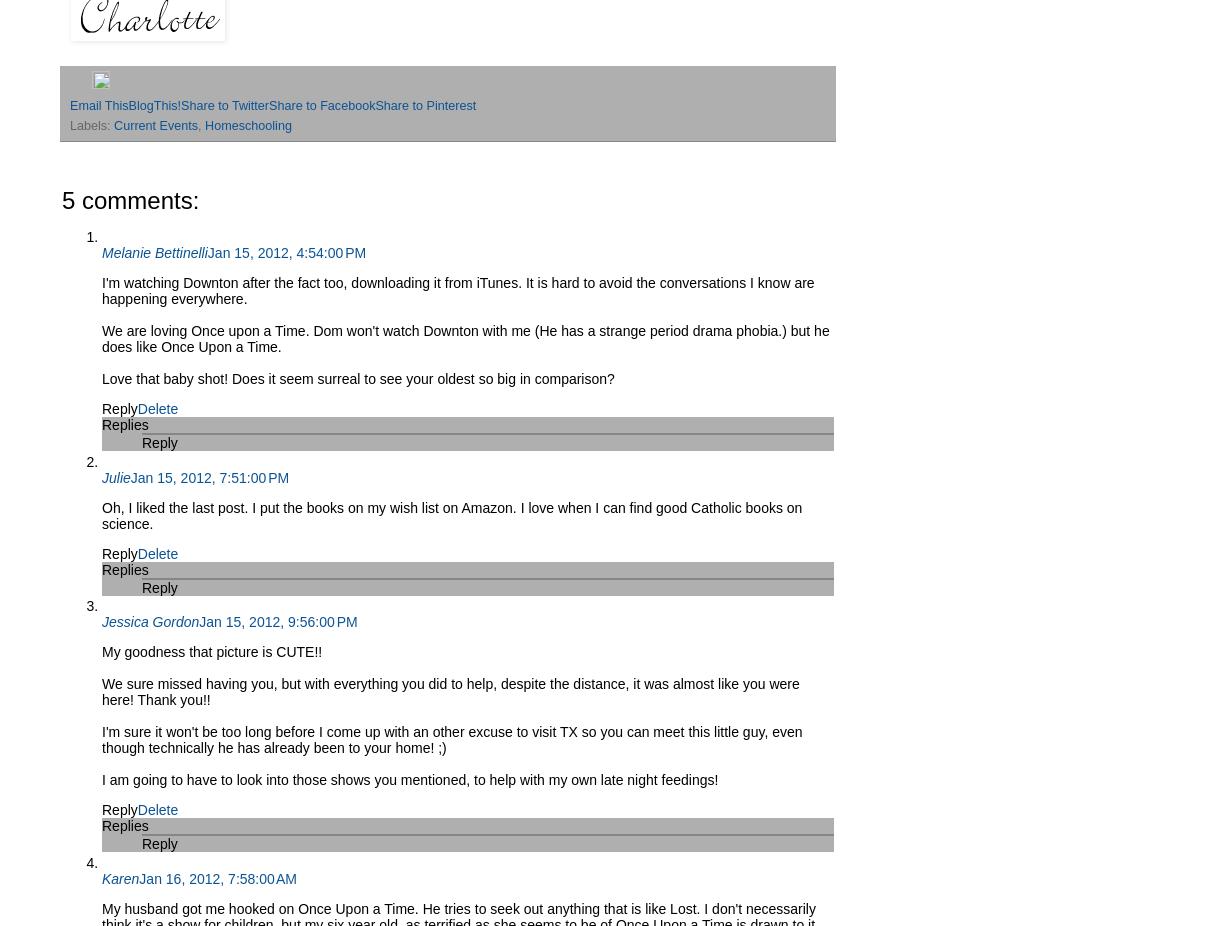  I want to click on 'Current Events', so click(113, 124).